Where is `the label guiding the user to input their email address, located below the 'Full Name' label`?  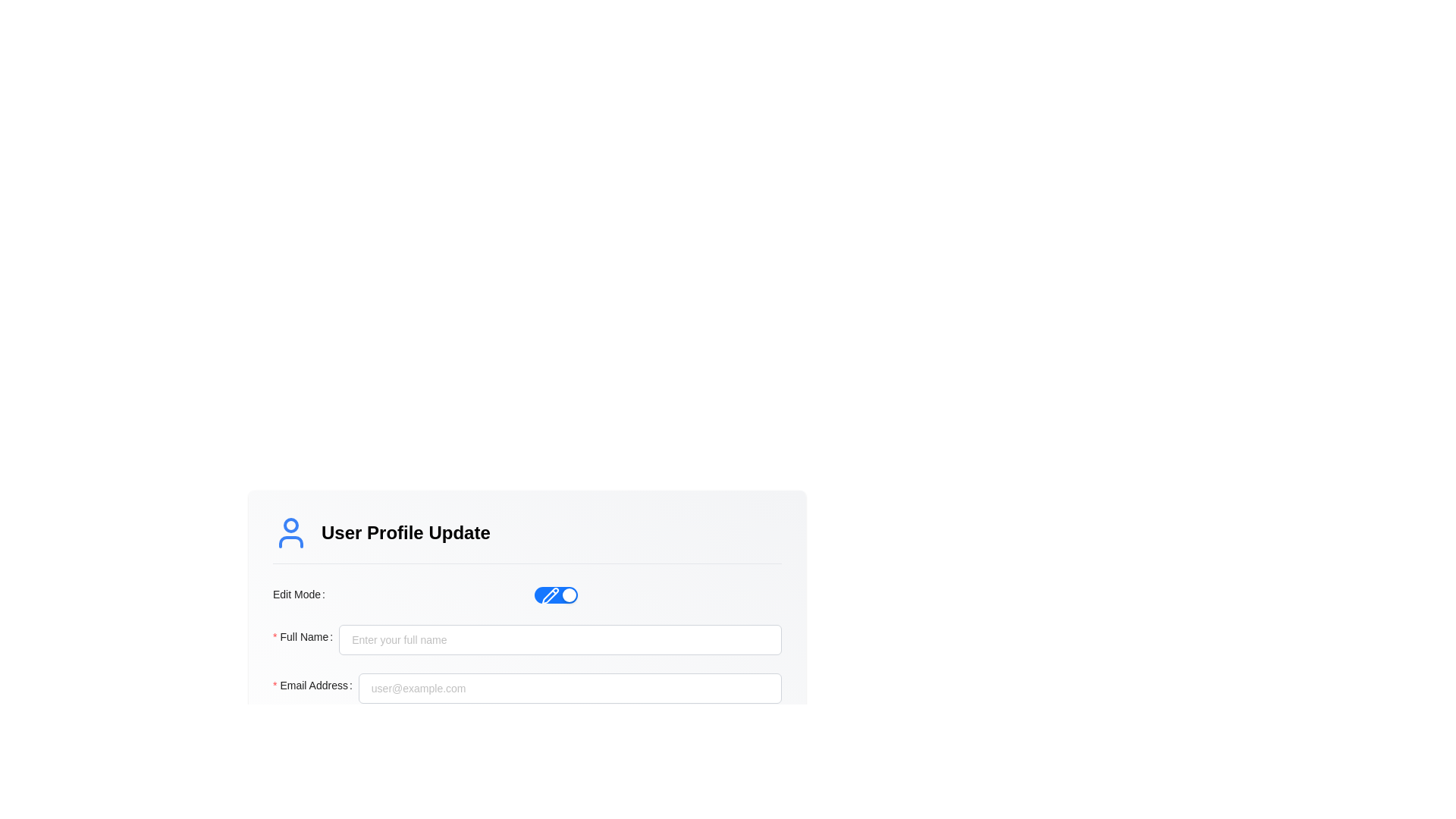 the label guiding the user to input their email address, located below the 'Full Name' label is located at coordinates (315, 688).